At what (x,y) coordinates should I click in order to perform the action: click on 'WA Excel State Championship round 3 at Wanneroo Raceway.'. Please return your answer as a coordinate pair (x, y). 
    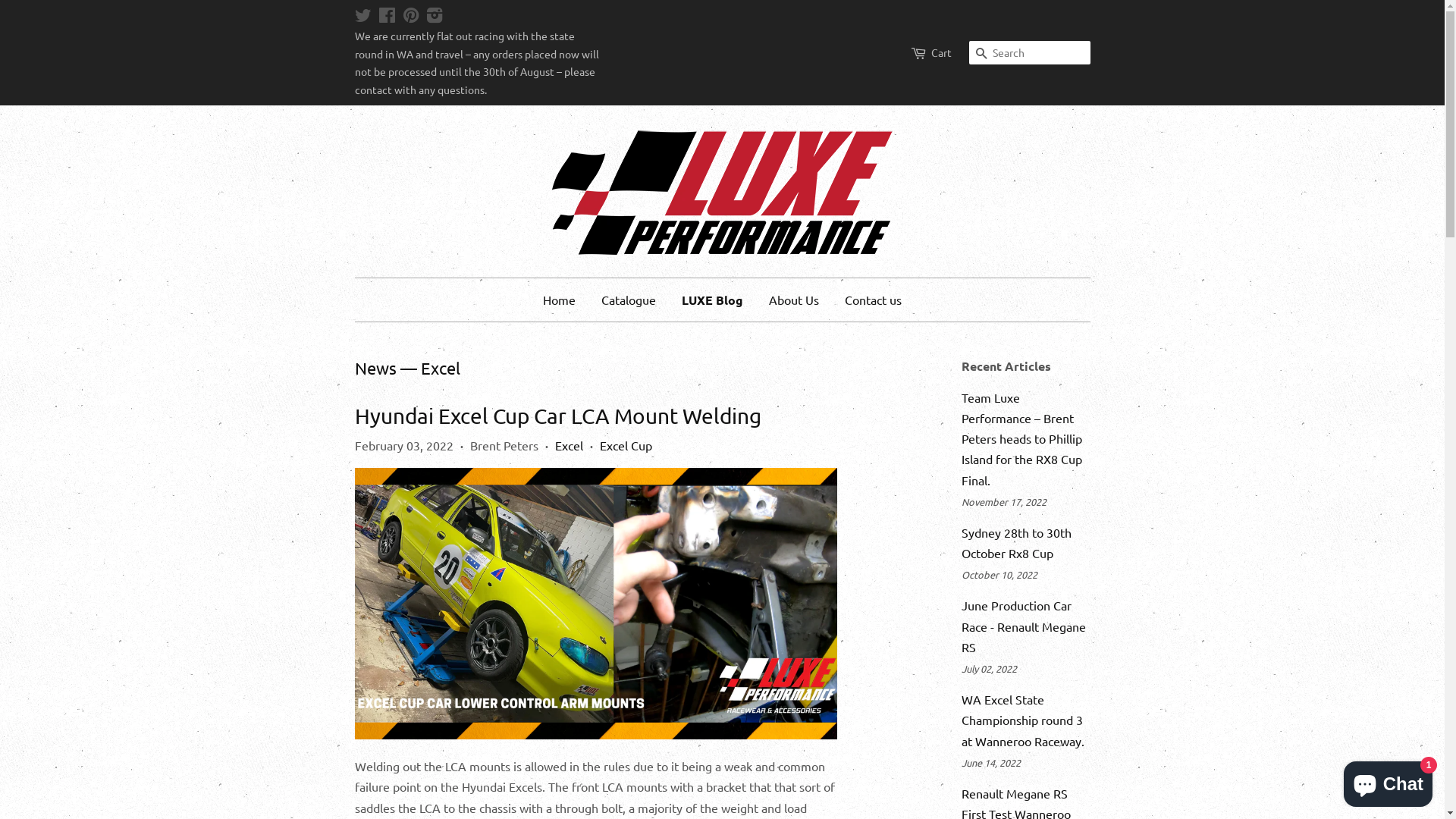
    Looking at the image, I should click on (1022, 718).